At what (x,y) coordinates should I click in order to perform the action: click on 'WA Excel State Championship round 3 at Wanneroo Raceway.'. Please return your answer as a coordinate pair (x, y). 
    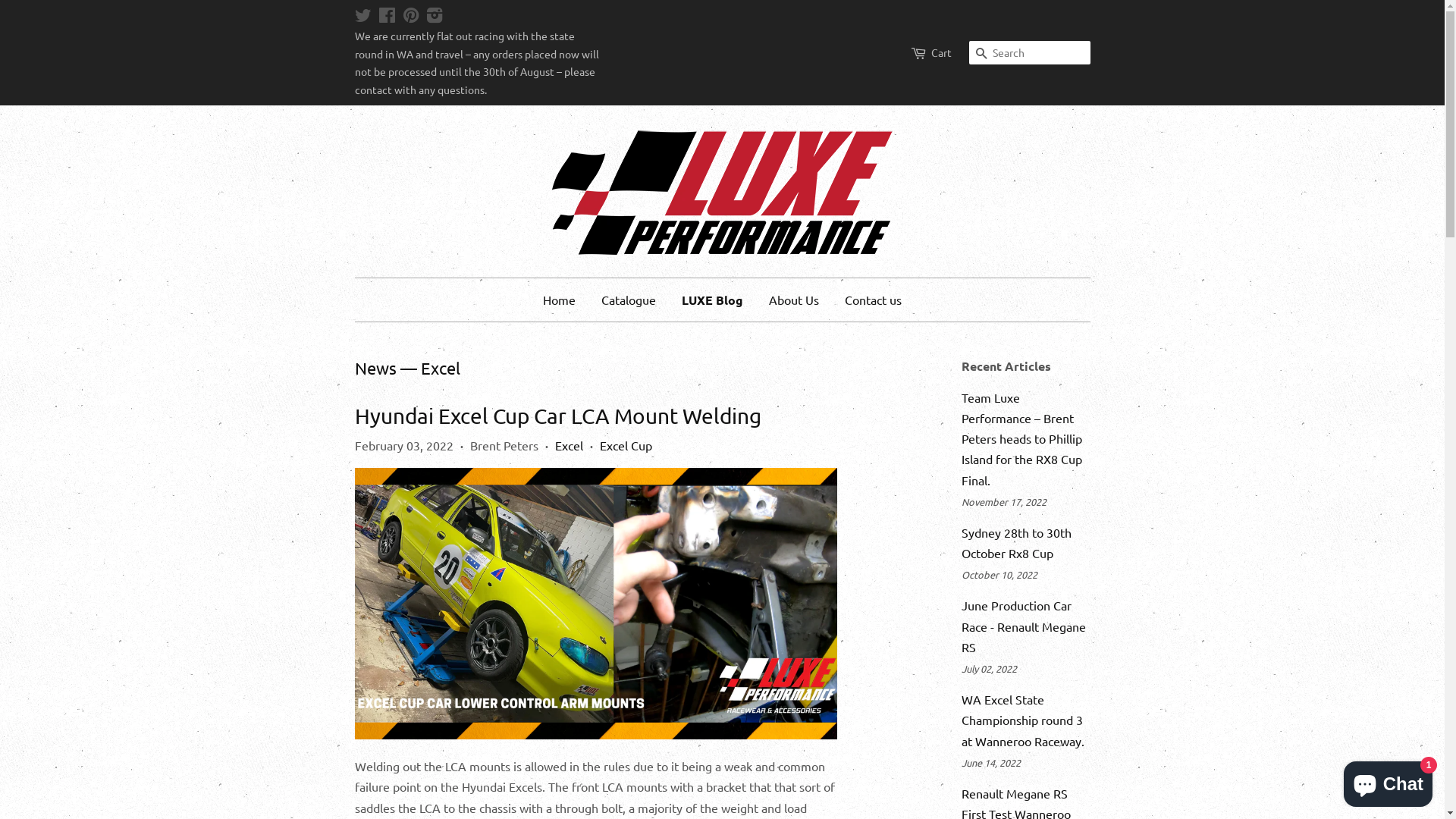
    Looking at the image, I should click on (1022, 718).